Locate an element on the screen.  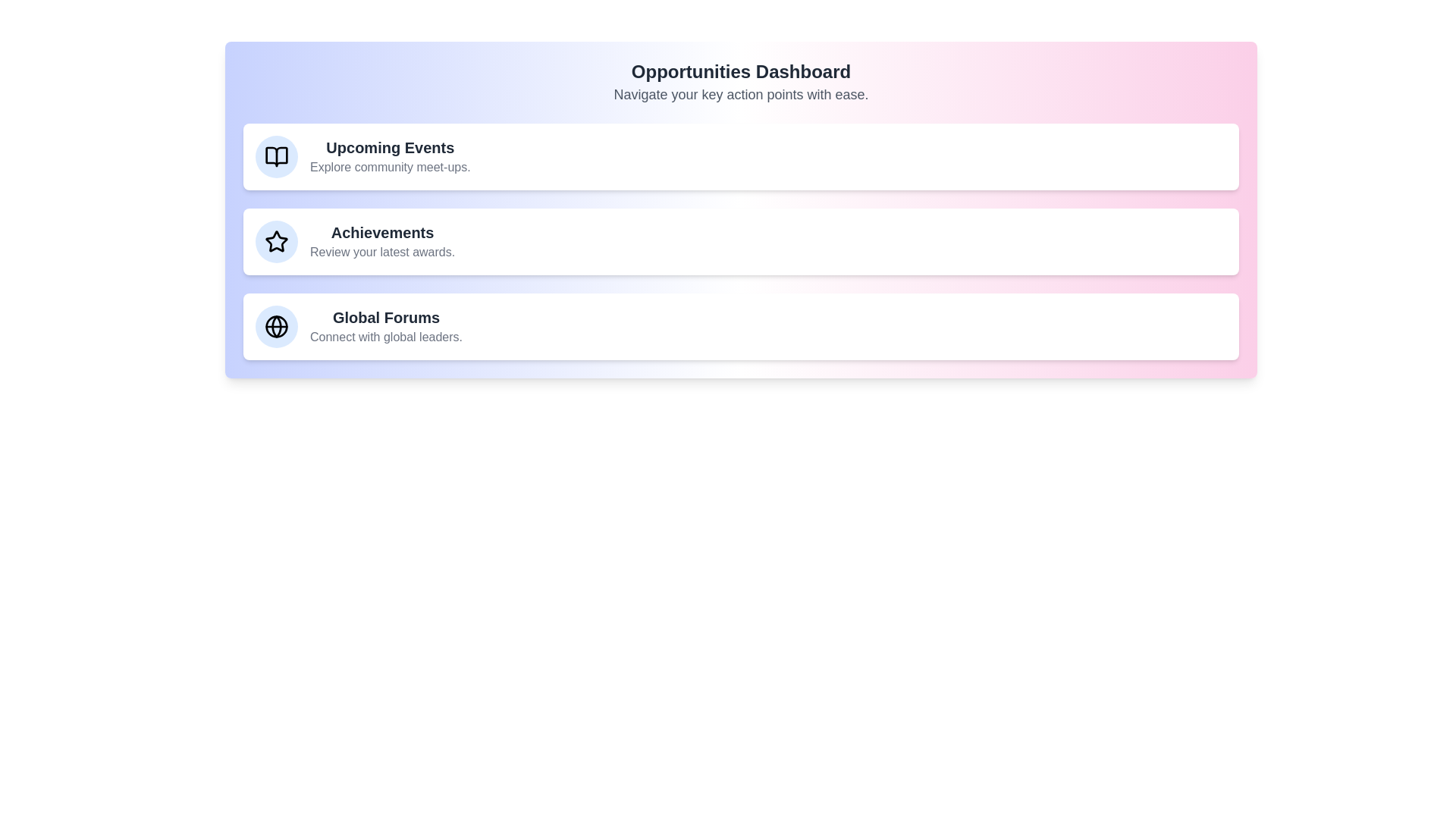
the card representing the opportunity titled 'Achievements' to select it is located at coordinates (741, 241).